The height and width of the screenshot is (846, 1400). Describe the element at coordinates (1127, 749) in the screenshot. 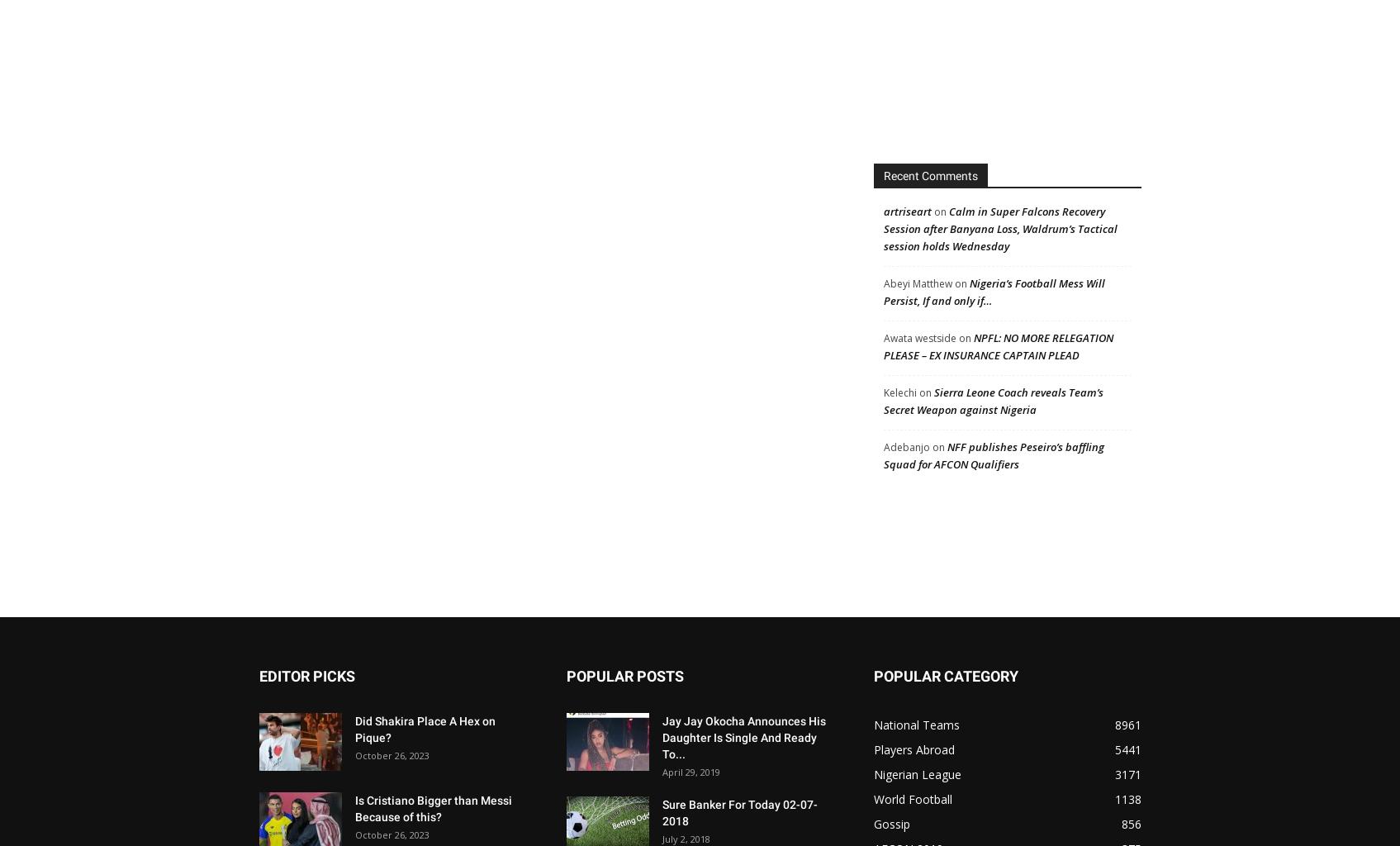

I see `'5441'` at that location.